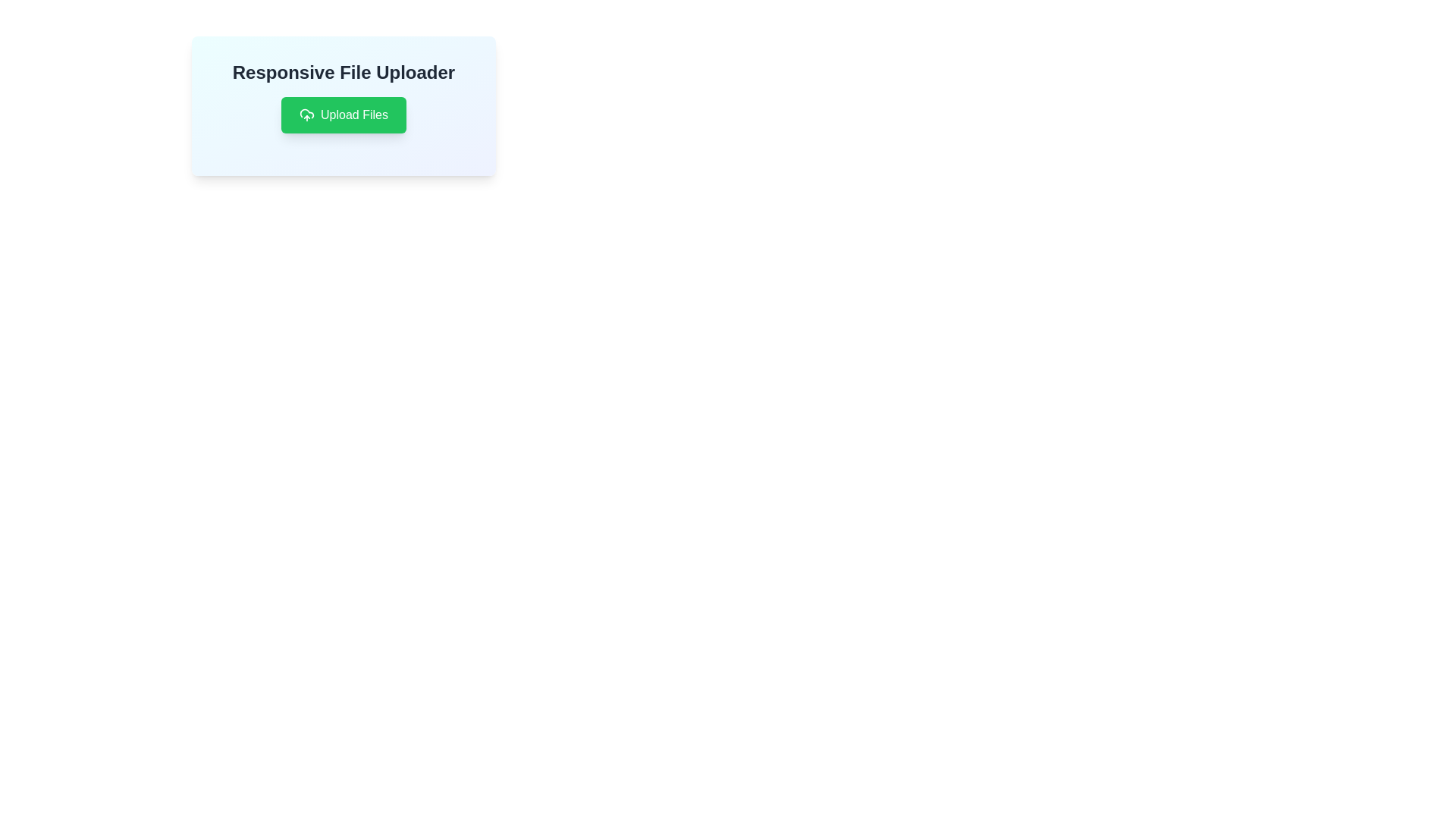  Describe the element at coordinates (343, 114) in the screenshot. I see `the green 'Upload Files' button with a cloud upload icon` at that location.